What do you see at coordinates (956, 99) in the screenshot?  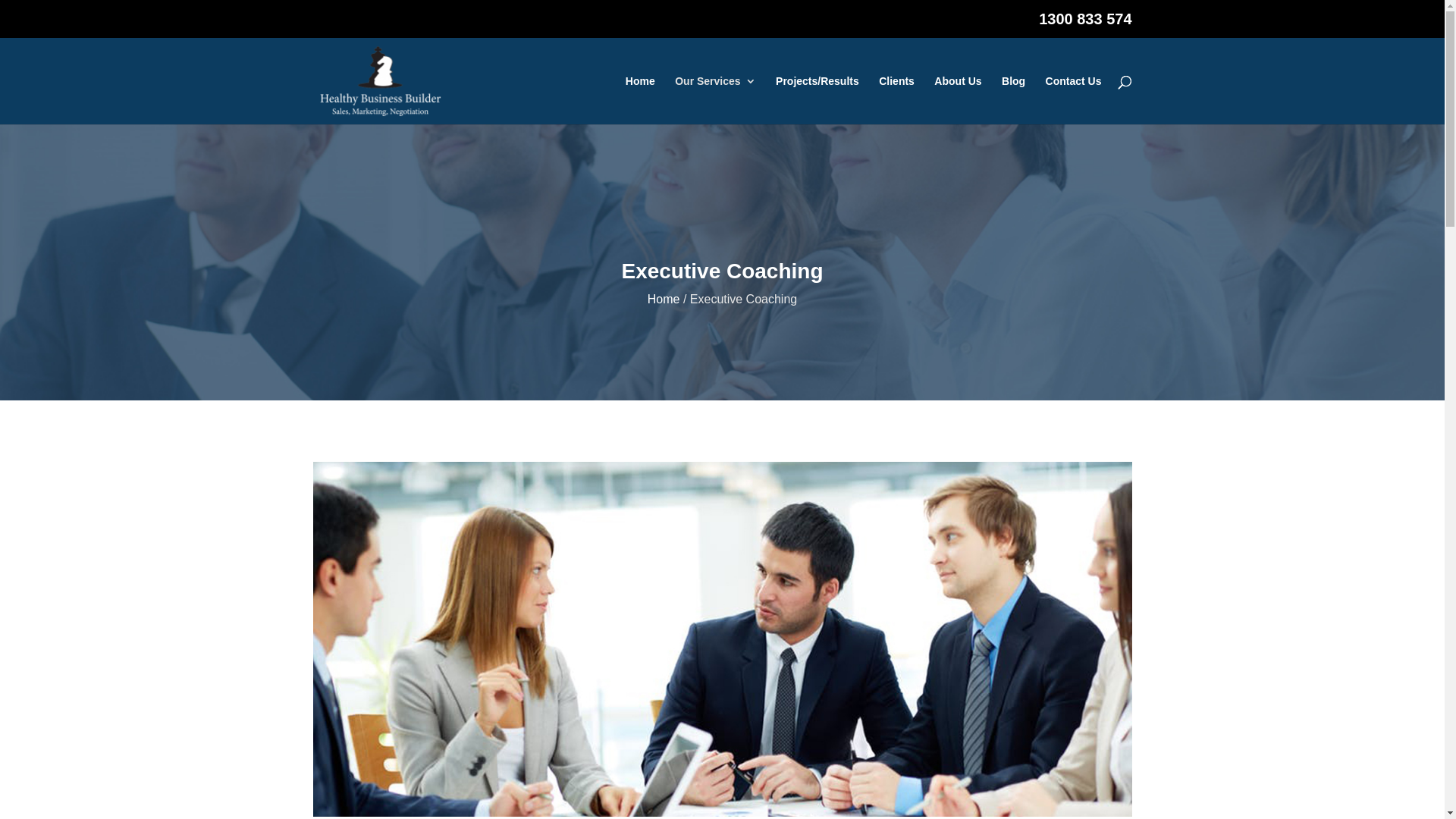 I see `'About Us'` at bounding box center [956, 99].